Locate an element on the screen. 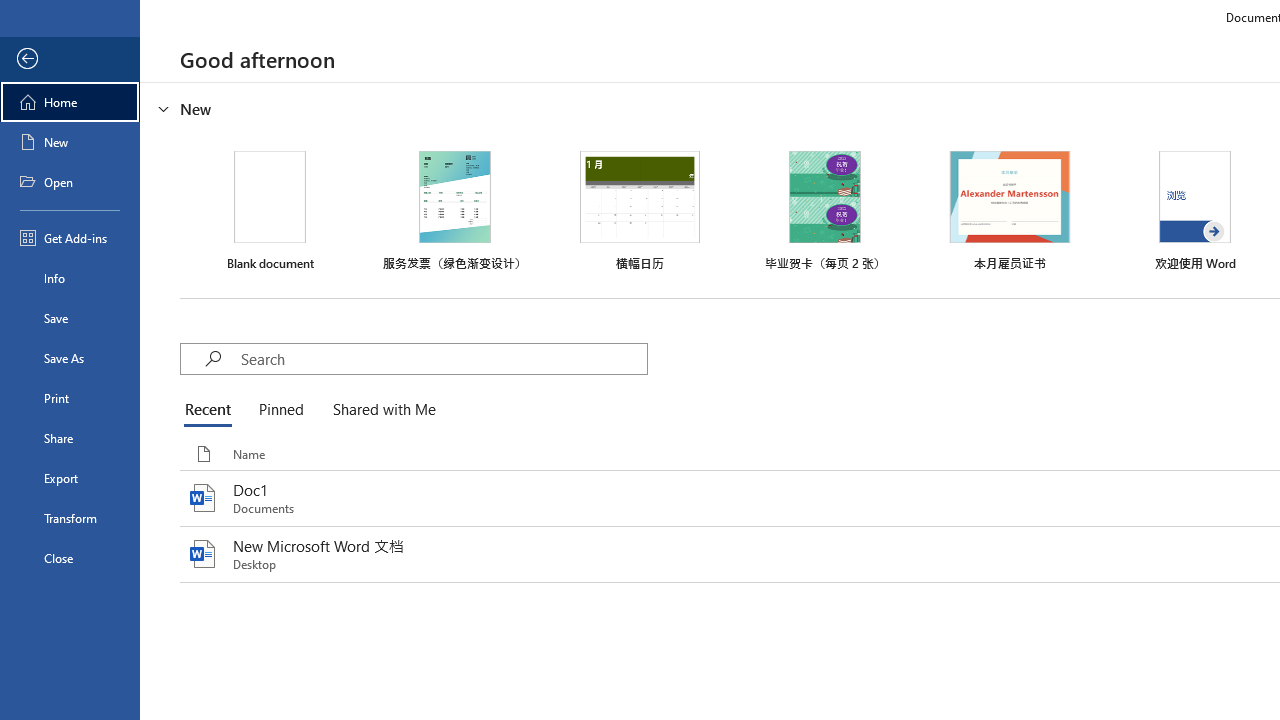 This screenshot has height=720, width=1280. 'Save' is located at coordinates (69, 316).